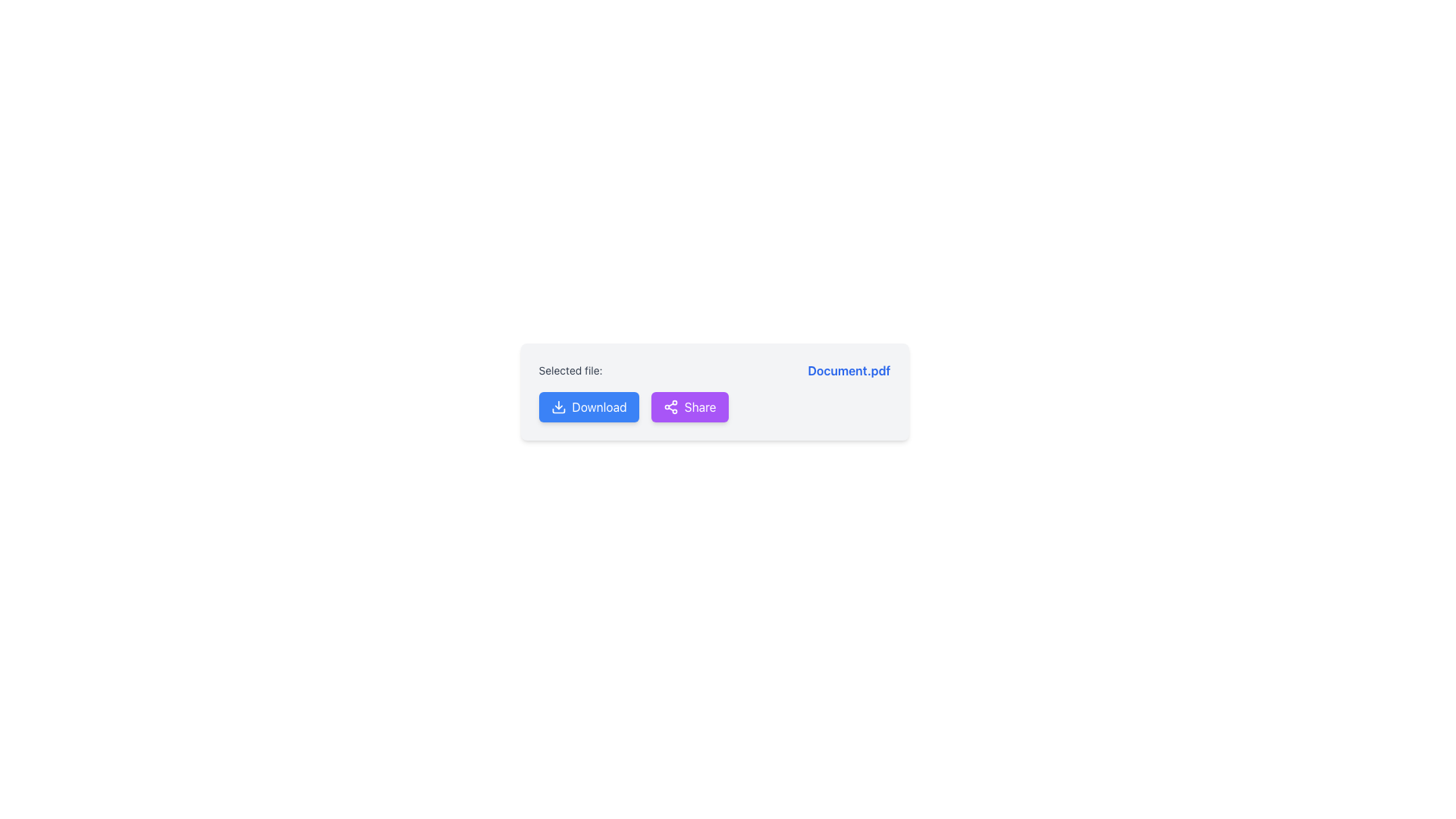 This screenshot has width=1456, height=819. Describe the element at coordinates (557, 406) in the screenshot. I see `the download icon, which is an outlined icon with a downward-facing arrow located to the left of the 'Download' text on the blue button` at that location.